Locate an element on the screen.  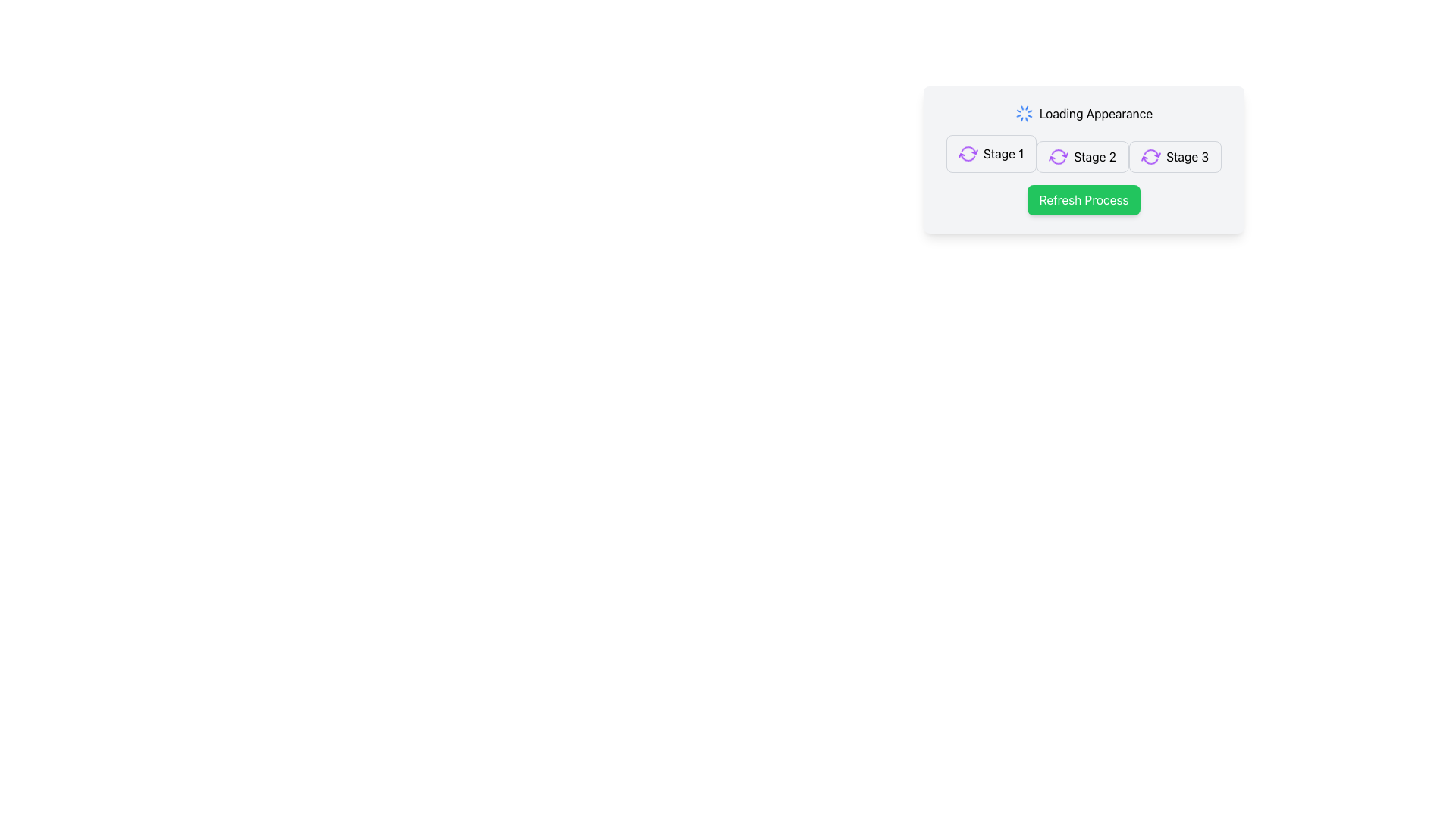
the upper arc of the circular arrow SVG icon, which is styled with a spinning animation and purple color, located to the left of the 'Loading Appearance' text is located at coordinates (1151, 160).